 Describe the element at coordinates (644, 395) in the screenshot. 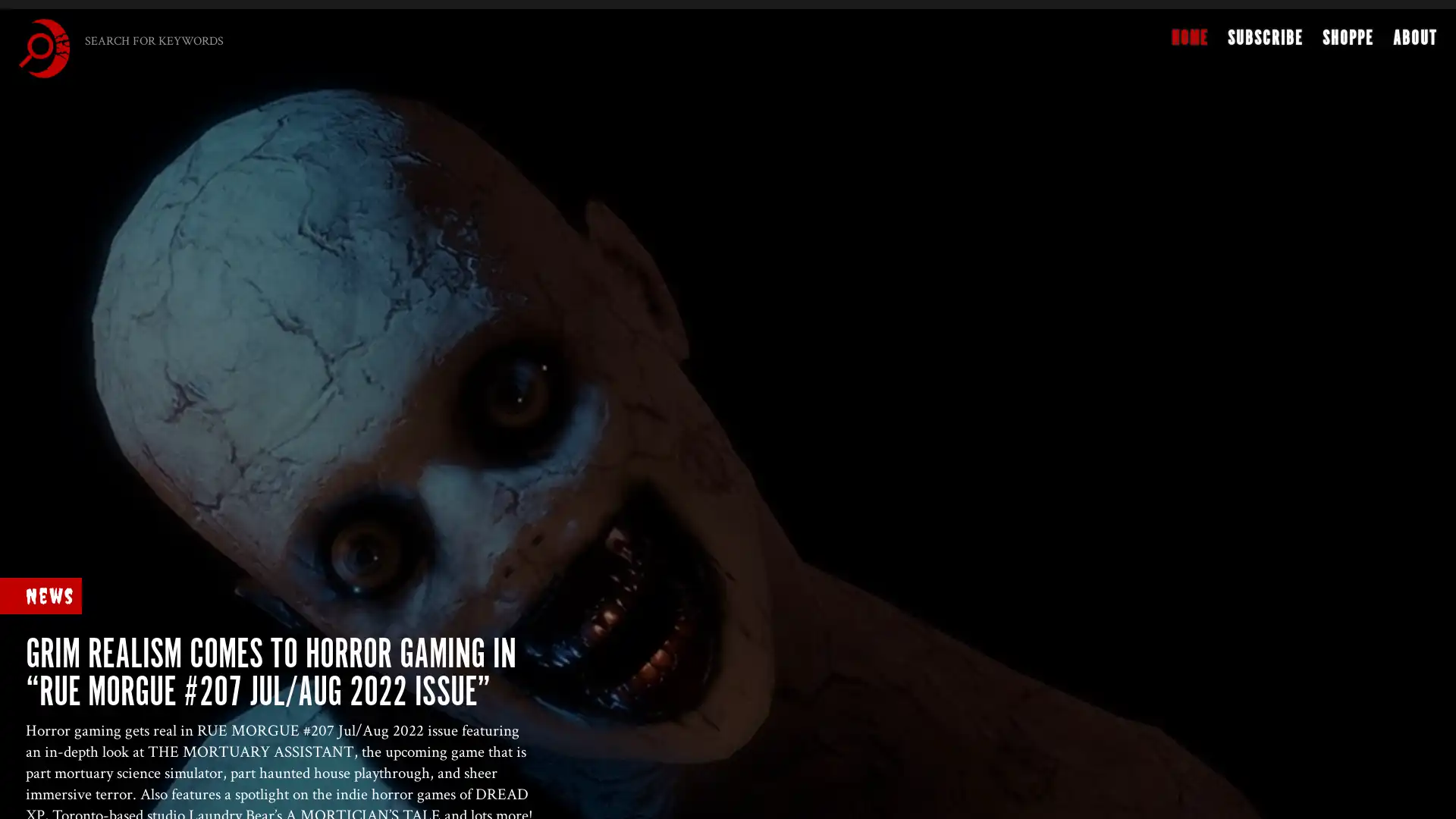

I see `NO THANKS` at that location.